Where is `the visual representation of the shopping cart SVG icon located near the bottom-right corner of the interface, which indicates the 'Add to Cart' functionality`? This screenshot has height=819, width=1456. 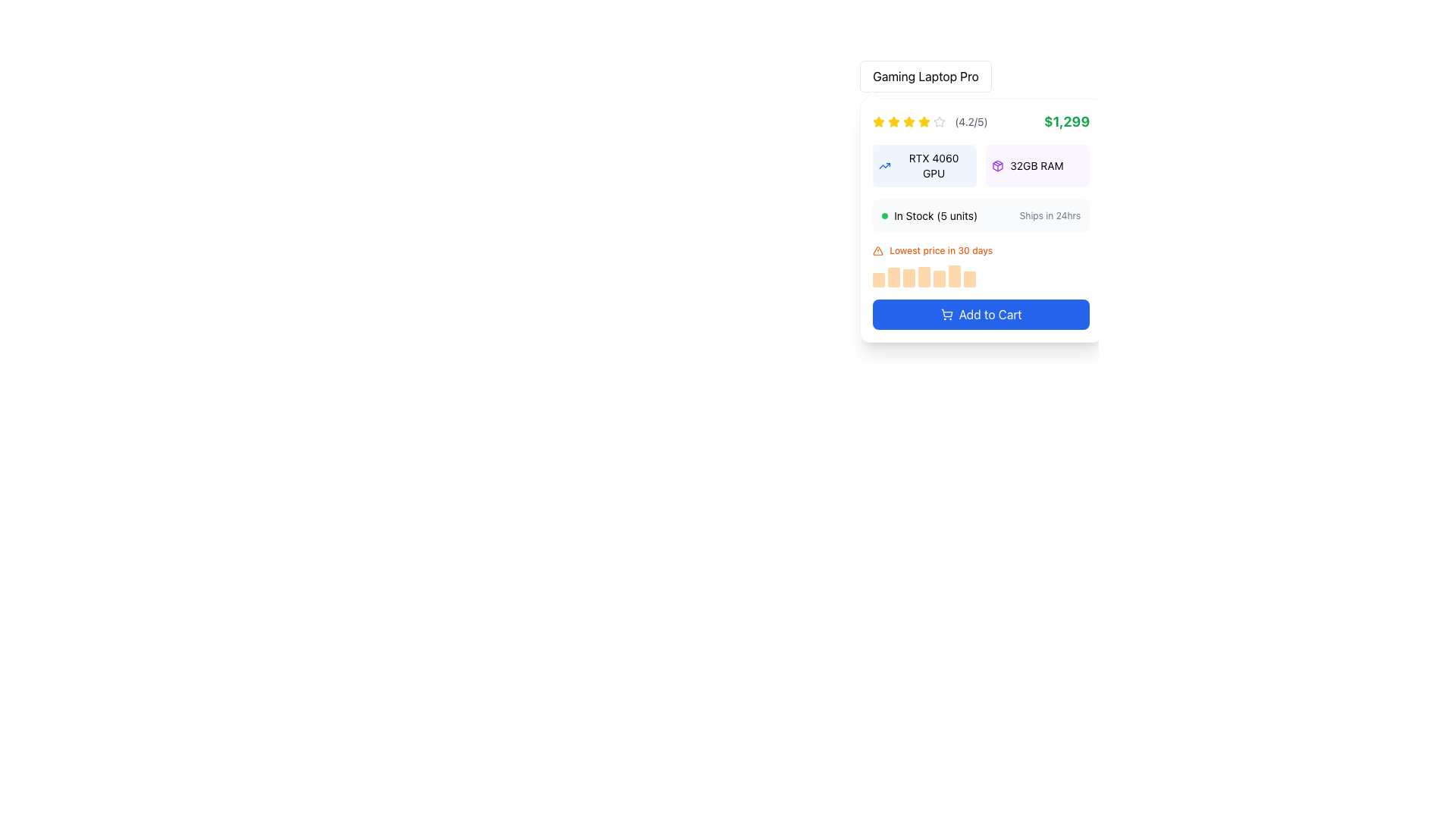
the visual representation of the shopping cart SVG icon located near the bottom-right corner of the interface, which indicates the 'Add to Cart' functionality is located at coordinates (946, 312).